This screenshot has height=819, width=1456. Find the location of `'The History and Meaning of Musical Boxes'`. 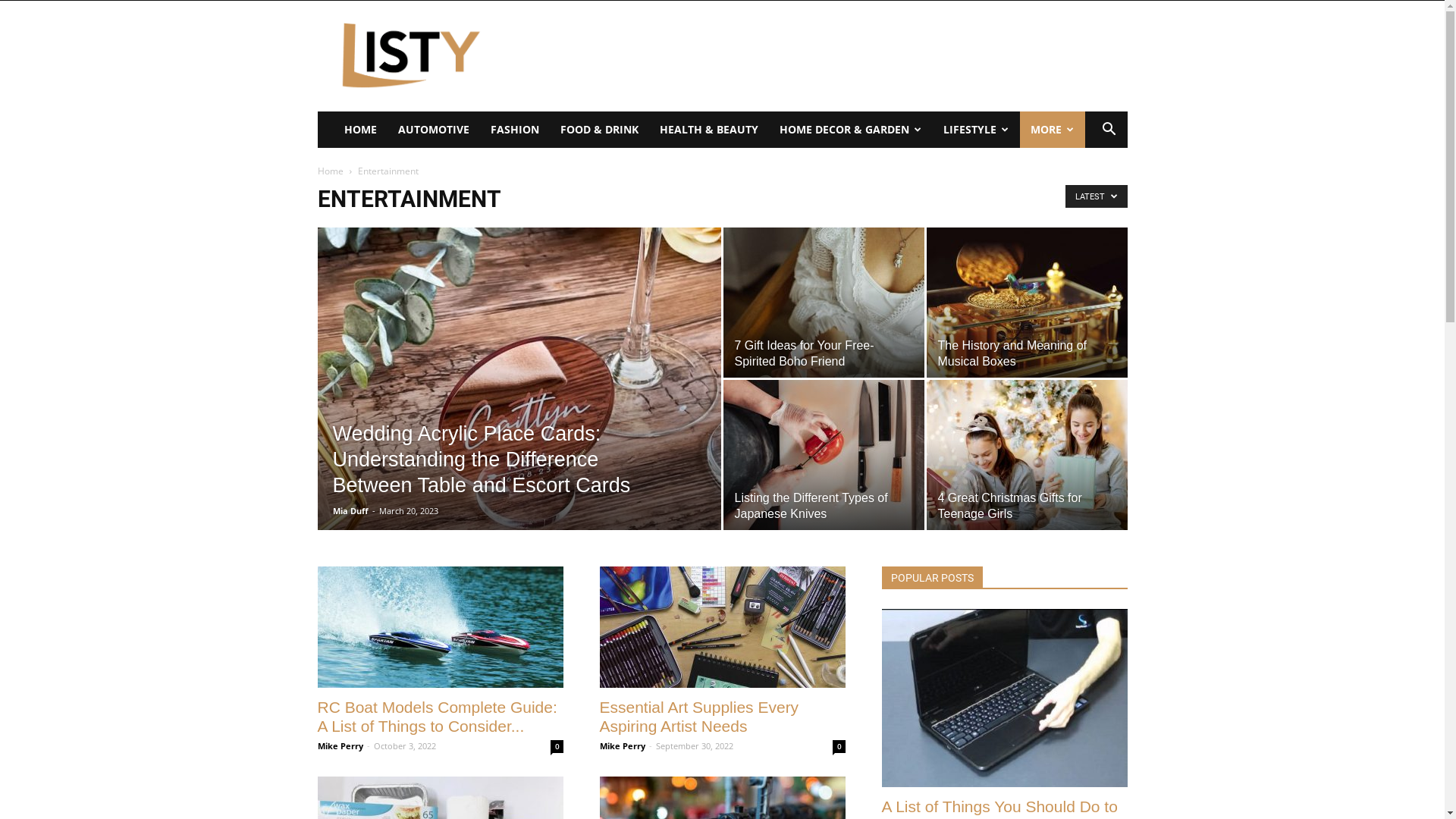

'The History and Meaning of Musical Boxes' is located at coordinates (1027, 302).